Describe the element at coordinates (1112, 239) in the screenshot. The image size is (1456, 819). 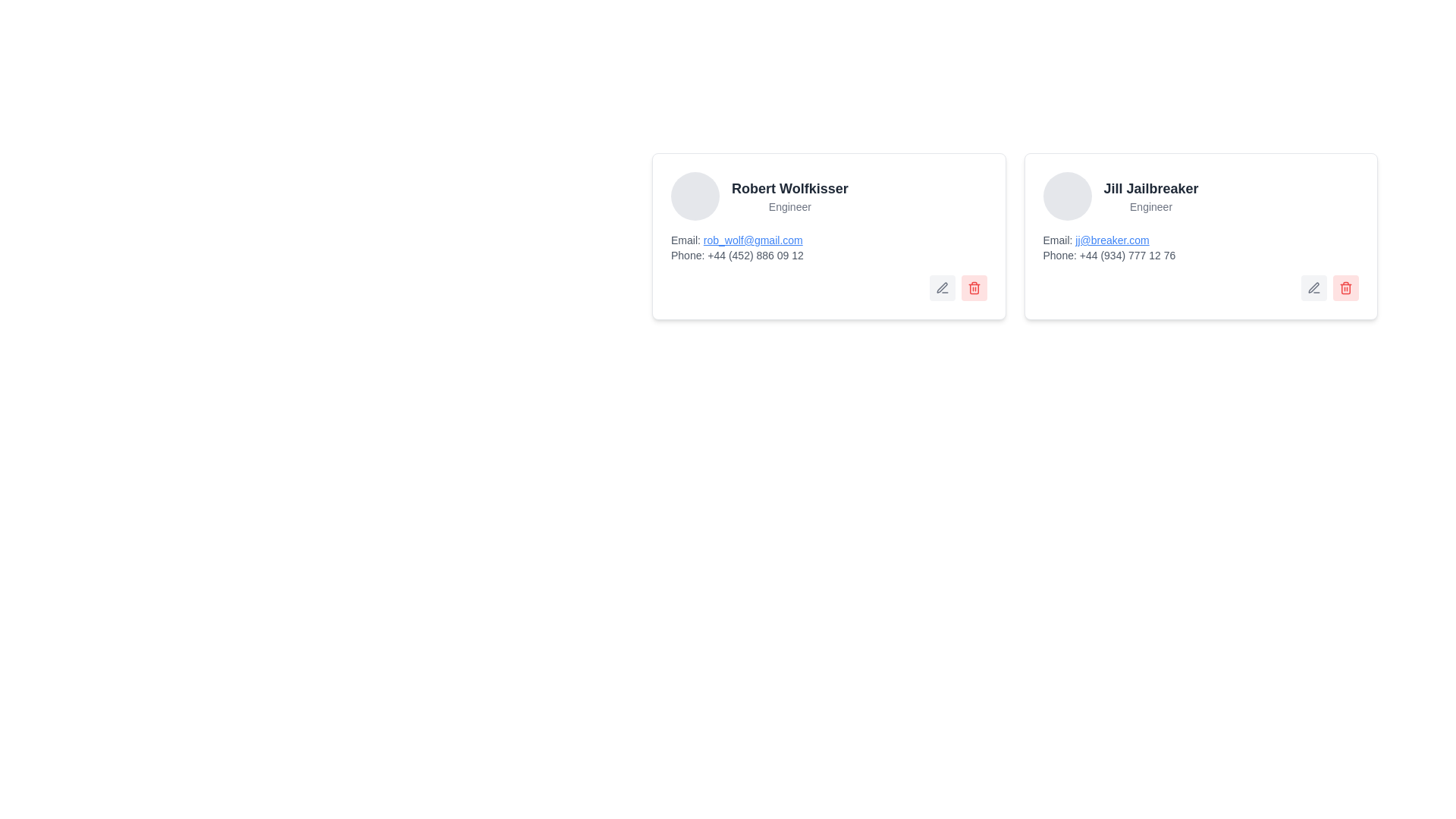
I see `the clickable email address hyperlink styled in blue with an underline, located under the label 'Email:' in the card for 'Jill Jailbreaker, Engineer'` at that location.